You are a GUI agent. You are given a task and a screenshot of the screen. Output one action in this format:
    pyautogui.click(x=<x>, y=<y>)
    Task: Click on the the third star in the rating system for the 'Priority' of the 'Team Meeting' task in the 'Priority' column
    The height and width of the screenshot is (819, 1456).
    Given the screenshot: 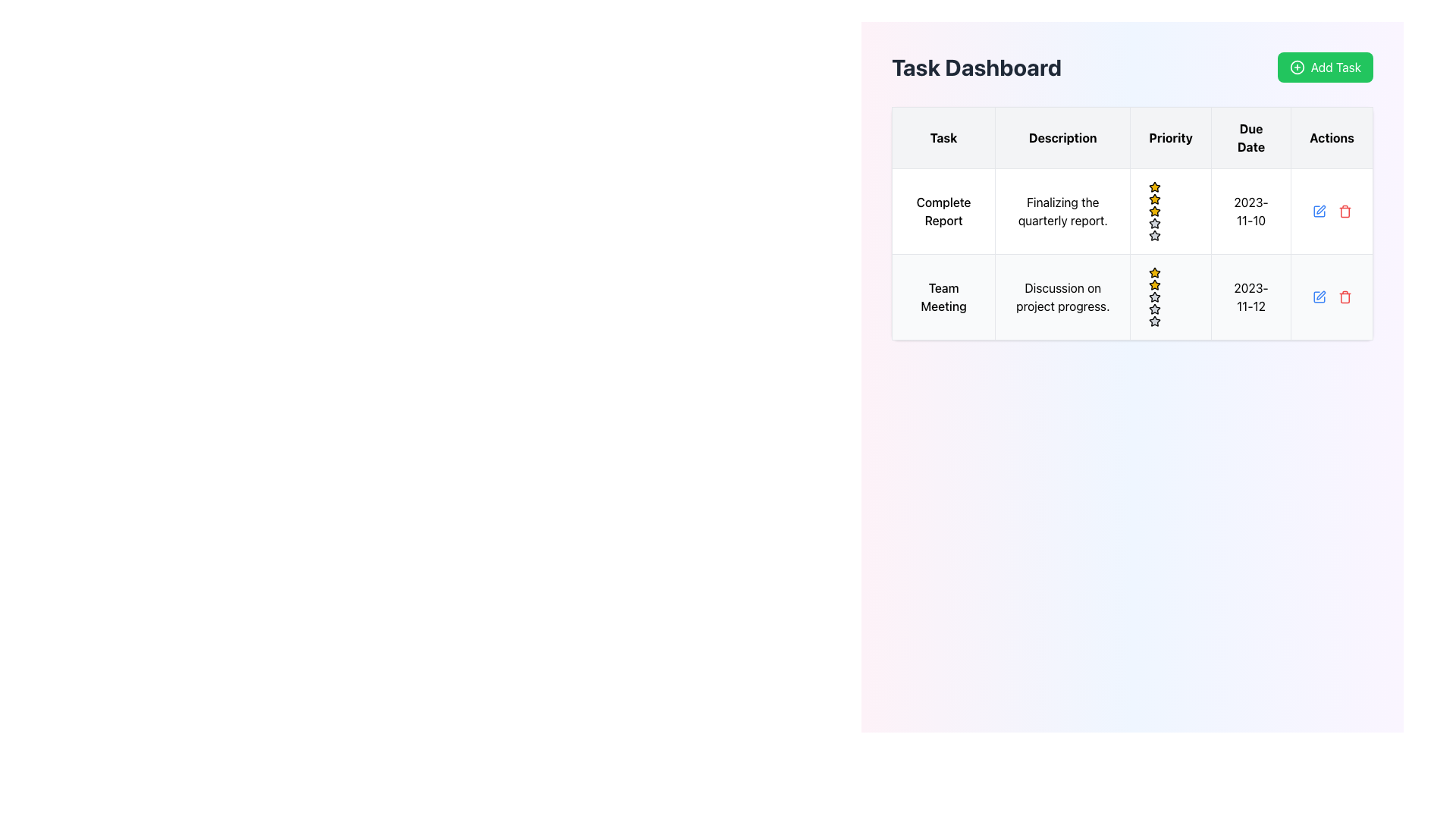 What is the action you would take?
    pyautogui.click(x=1154, y=308)
    